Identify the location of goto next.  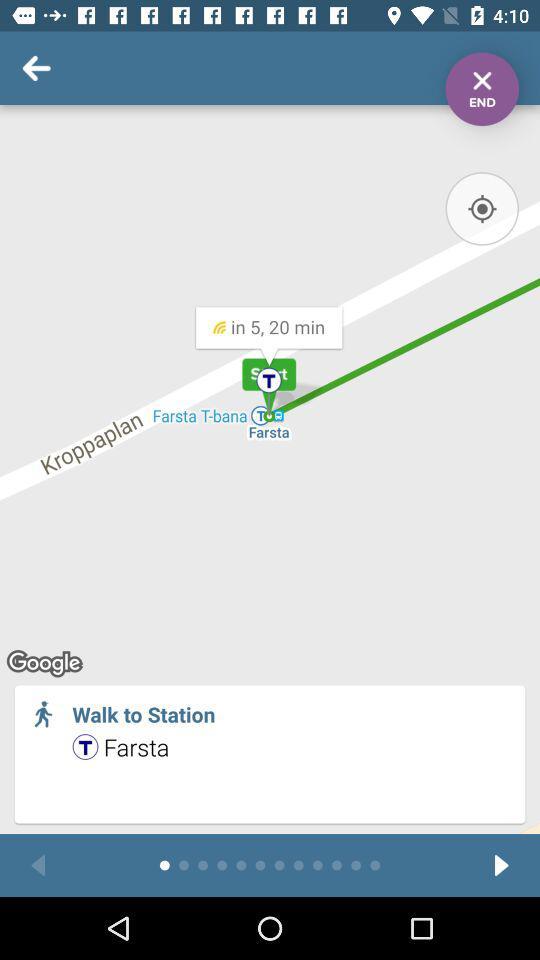
(500, 864).